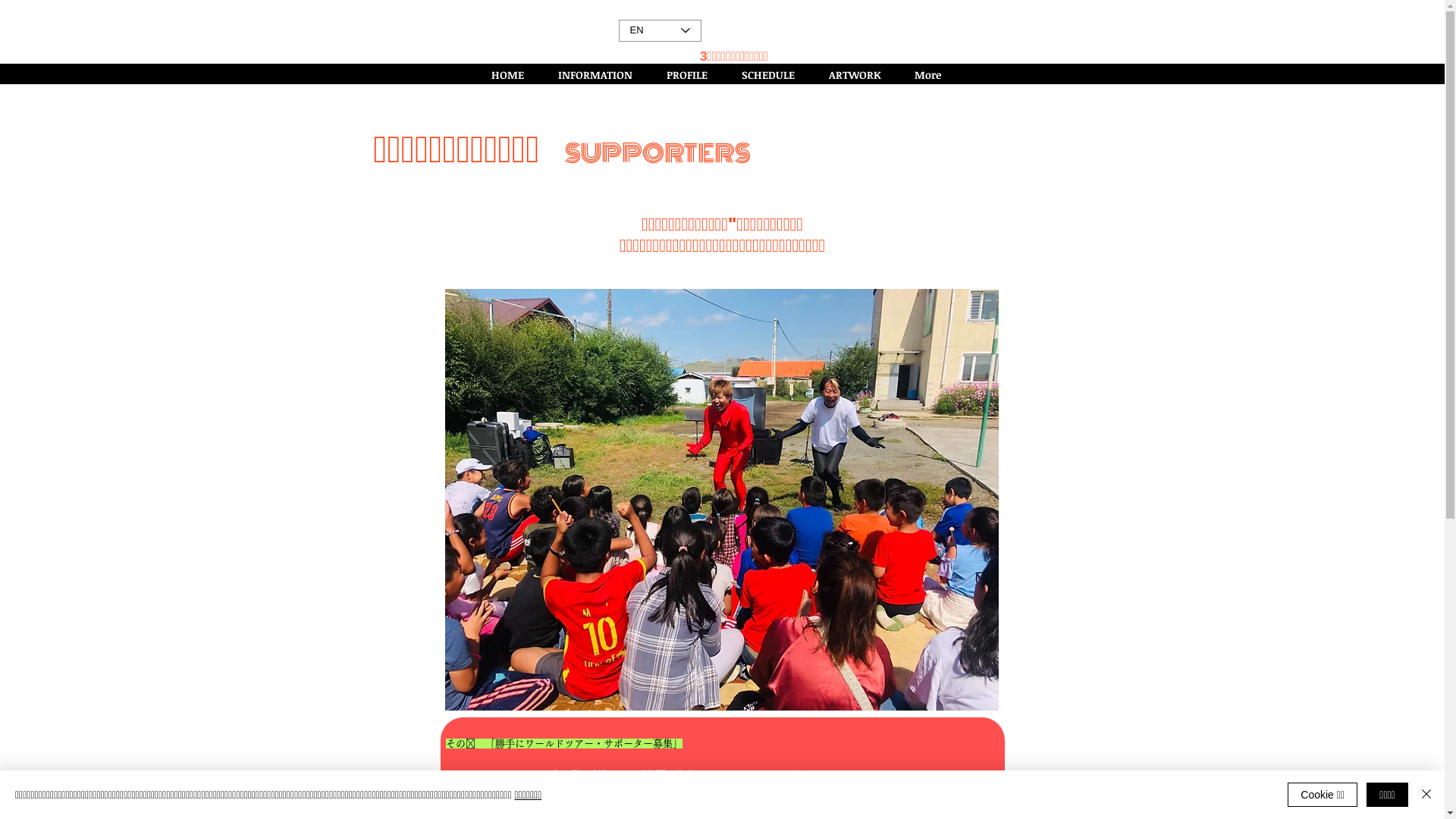  I want to click on 'PROFILE', so click(692, 74).